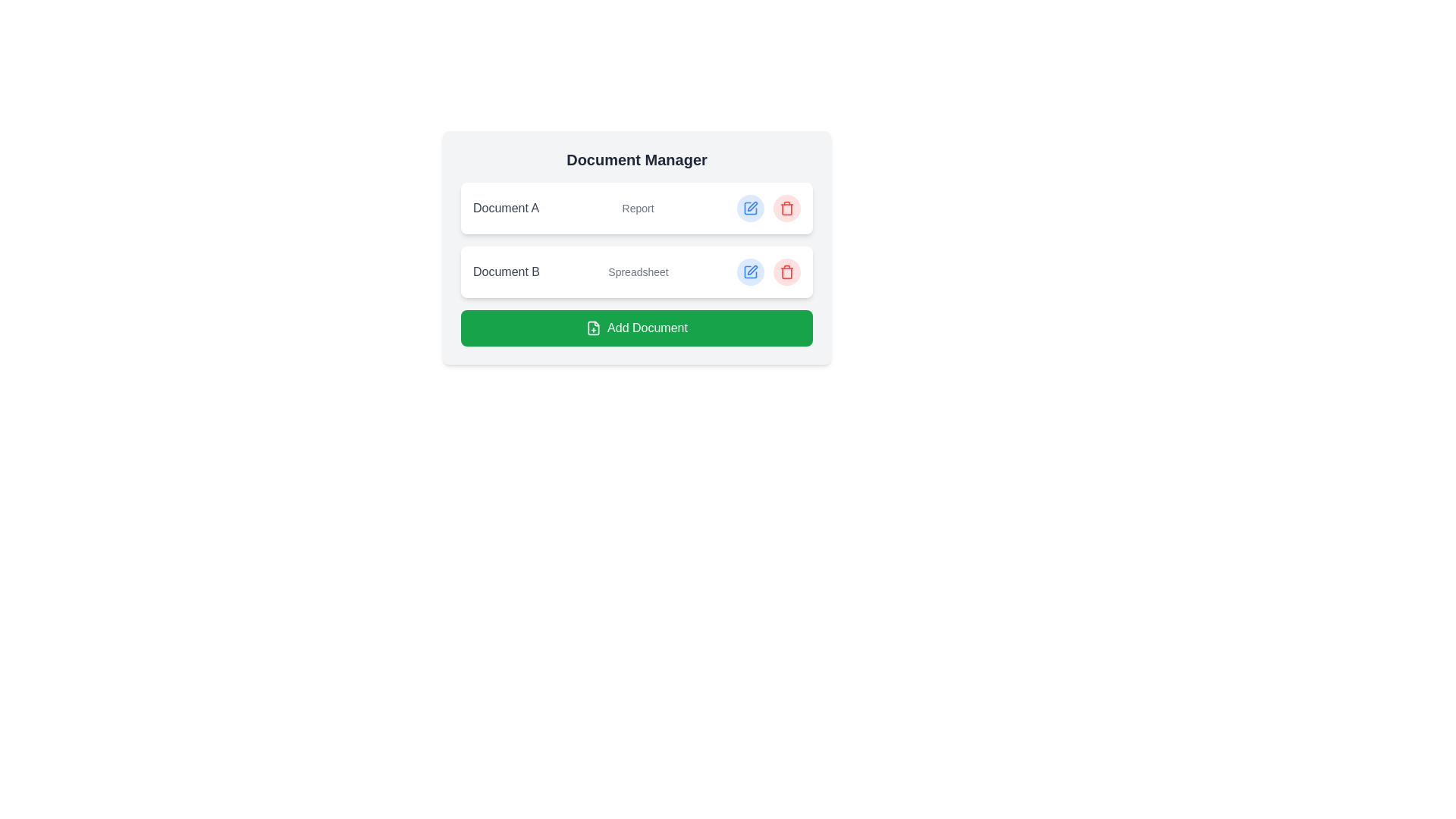 This screenshot has width=1456, height=819. I want to click on the 'Report' text label, which is styled with a gray font and is located next to 'Document A' in the 'Document Manager' section, so click(638, 208).